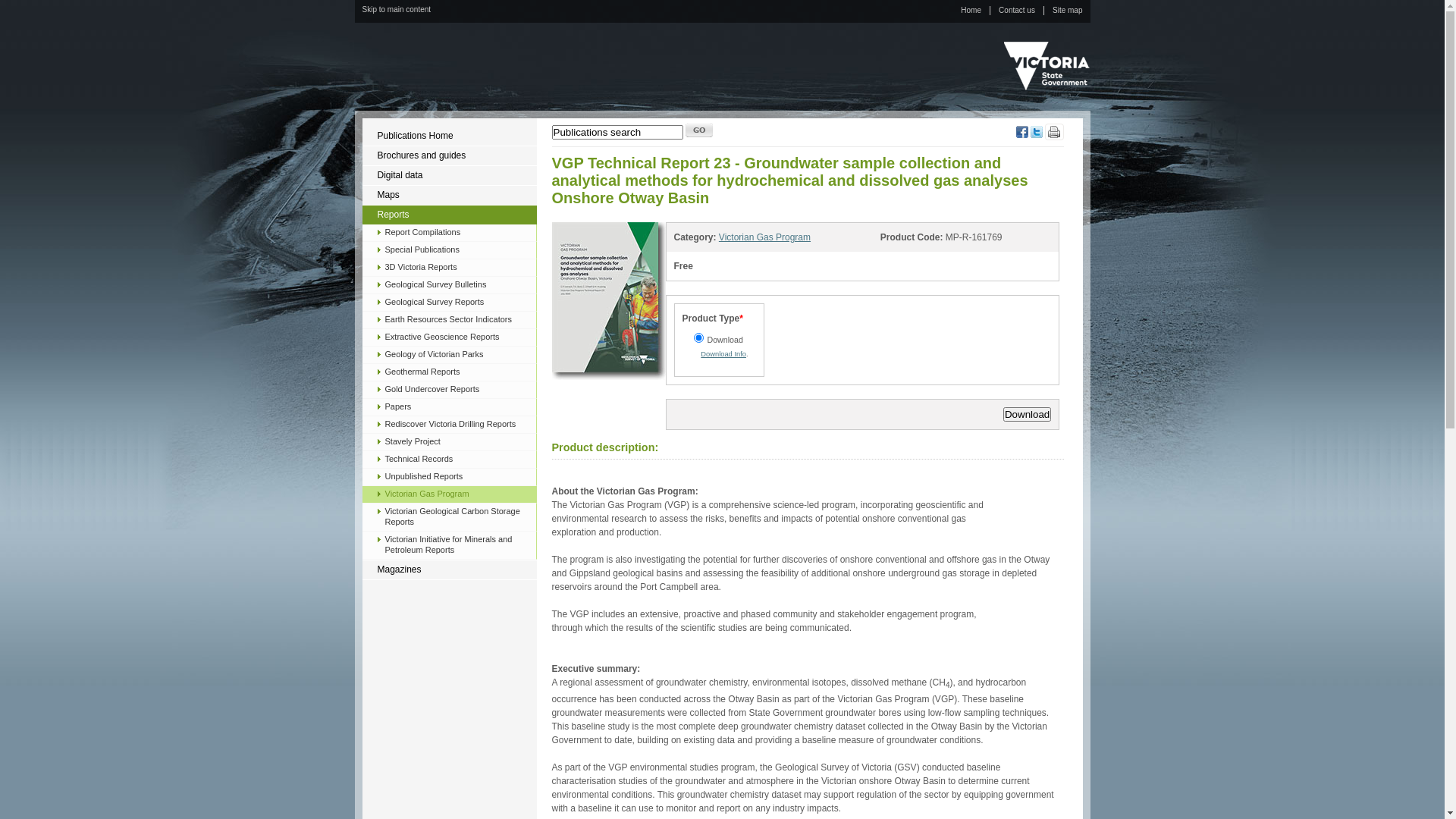 Image resolution: width=1456 pixels, height=819 pixels. What do you see at coordinates (448, 544) in the screenshot?
I see `'Victorian Initiative for Minerals and Petroleum Reports'` at bounding box center [448, 544].